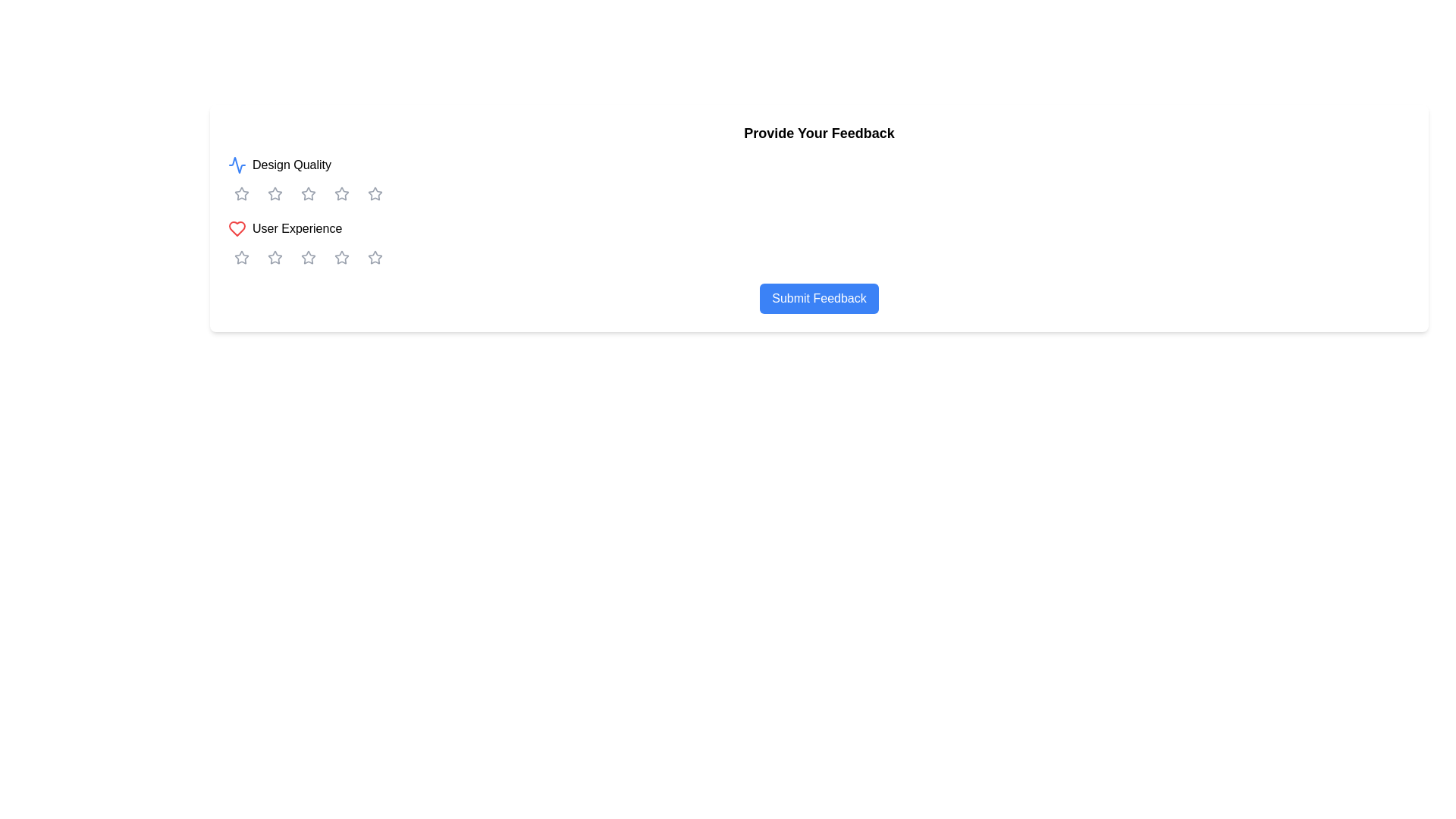 Image resolution: width=1456 pixels, height=819 pixels. I want to click on the fifth star icon for ratings under 'Design Quality' to reset the selection, so click(341, 193).